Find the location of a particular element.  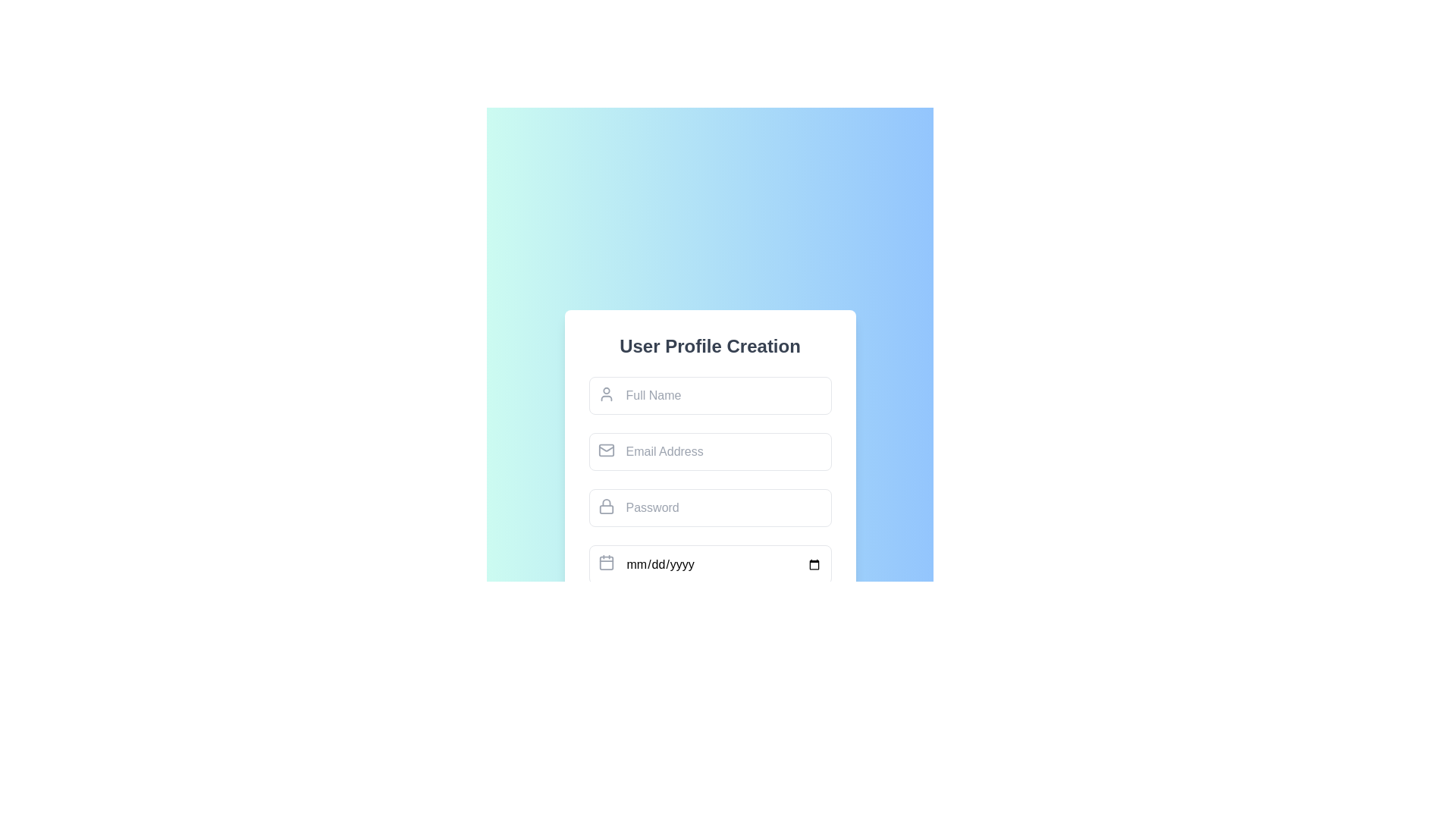

the email input field located below the 'Full Name' input field in the 'User Profile Creation' form to focus on it is located at coordinates (709, 451).